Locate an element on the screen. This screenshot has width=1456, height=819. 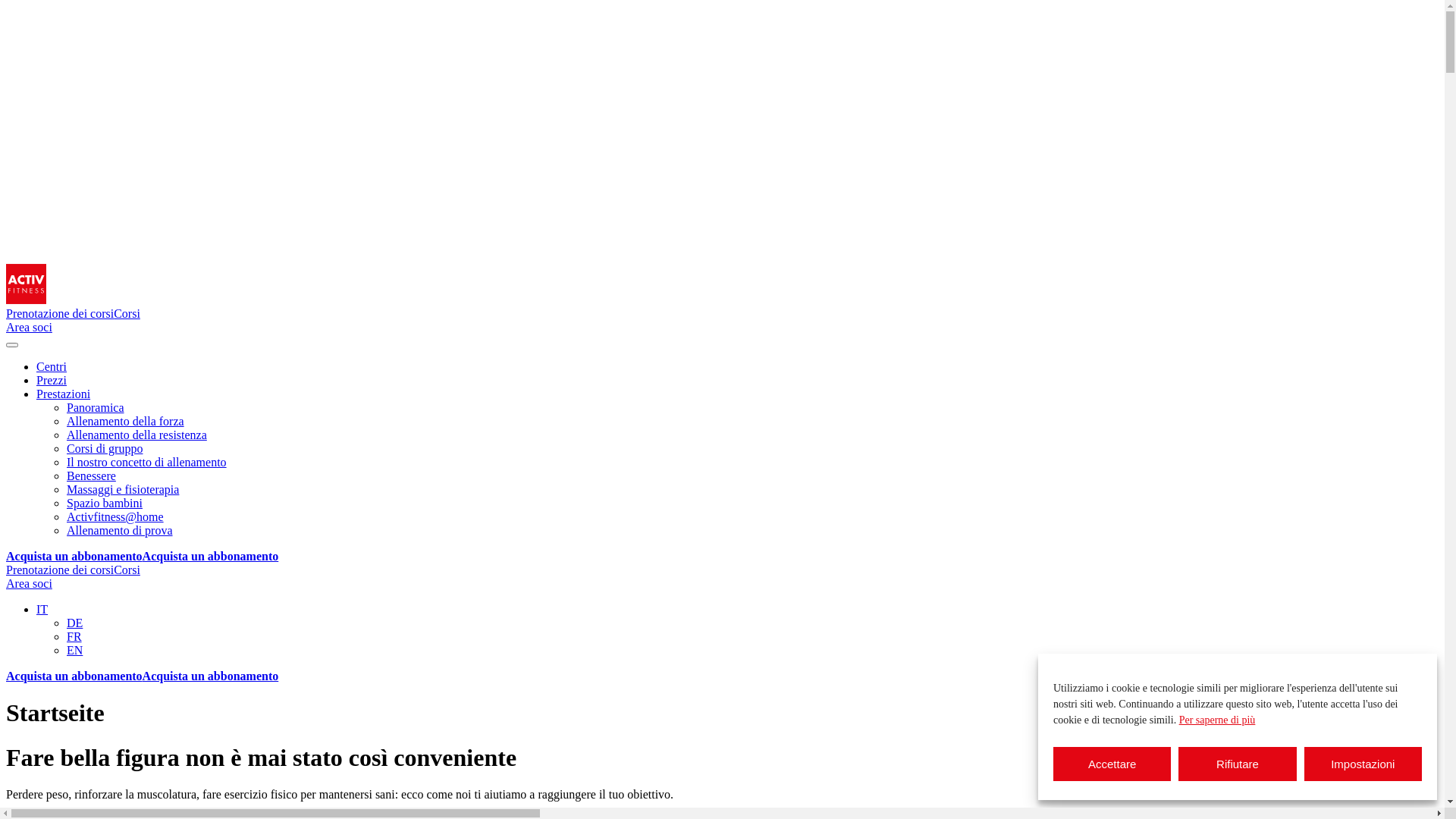
'IT' is located at coordinates (36, 608).